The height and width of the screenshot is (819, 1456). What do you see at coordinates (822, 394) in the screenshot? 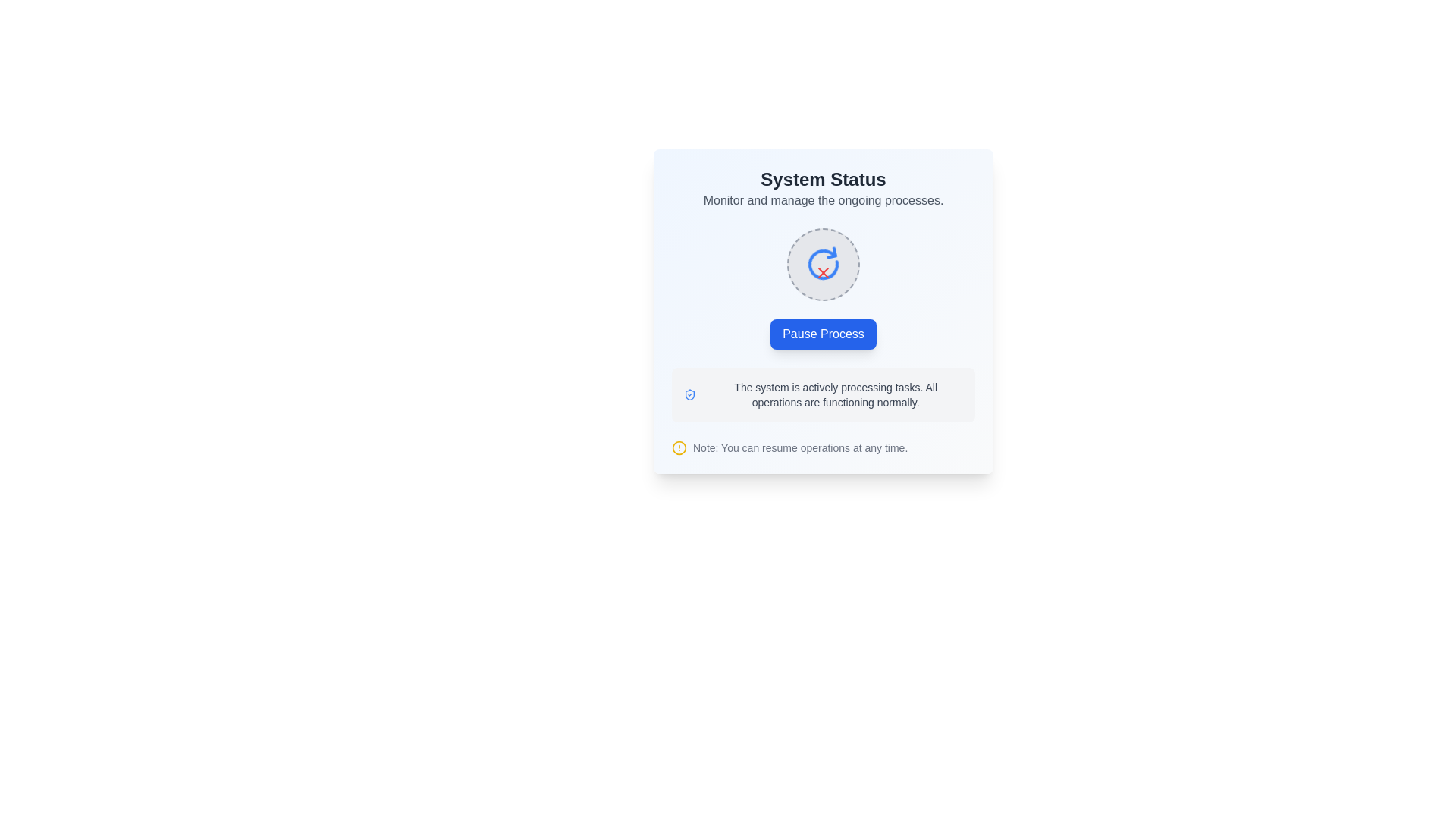
I see `the informational message block which has a light gray background, a blue shield icon with a checkmark on the left, and the text 'The system is actively processing tasks. All operations are functioning normally.' on the right` at bounding box center [822, 394].